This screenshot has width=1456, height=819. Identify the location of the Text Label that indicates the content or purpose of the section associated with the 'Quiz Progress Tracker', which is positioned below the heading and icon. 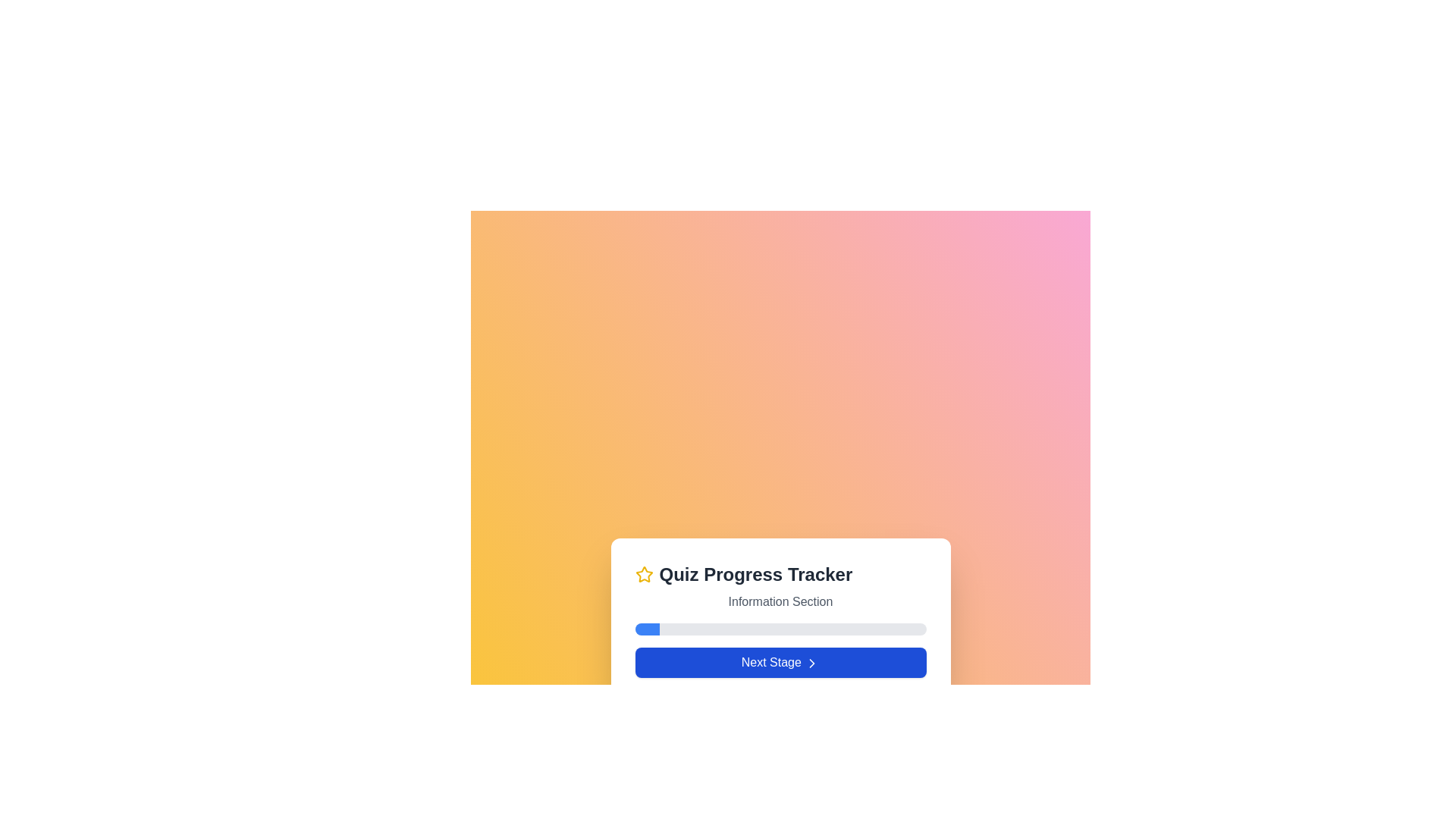
(780, 601).